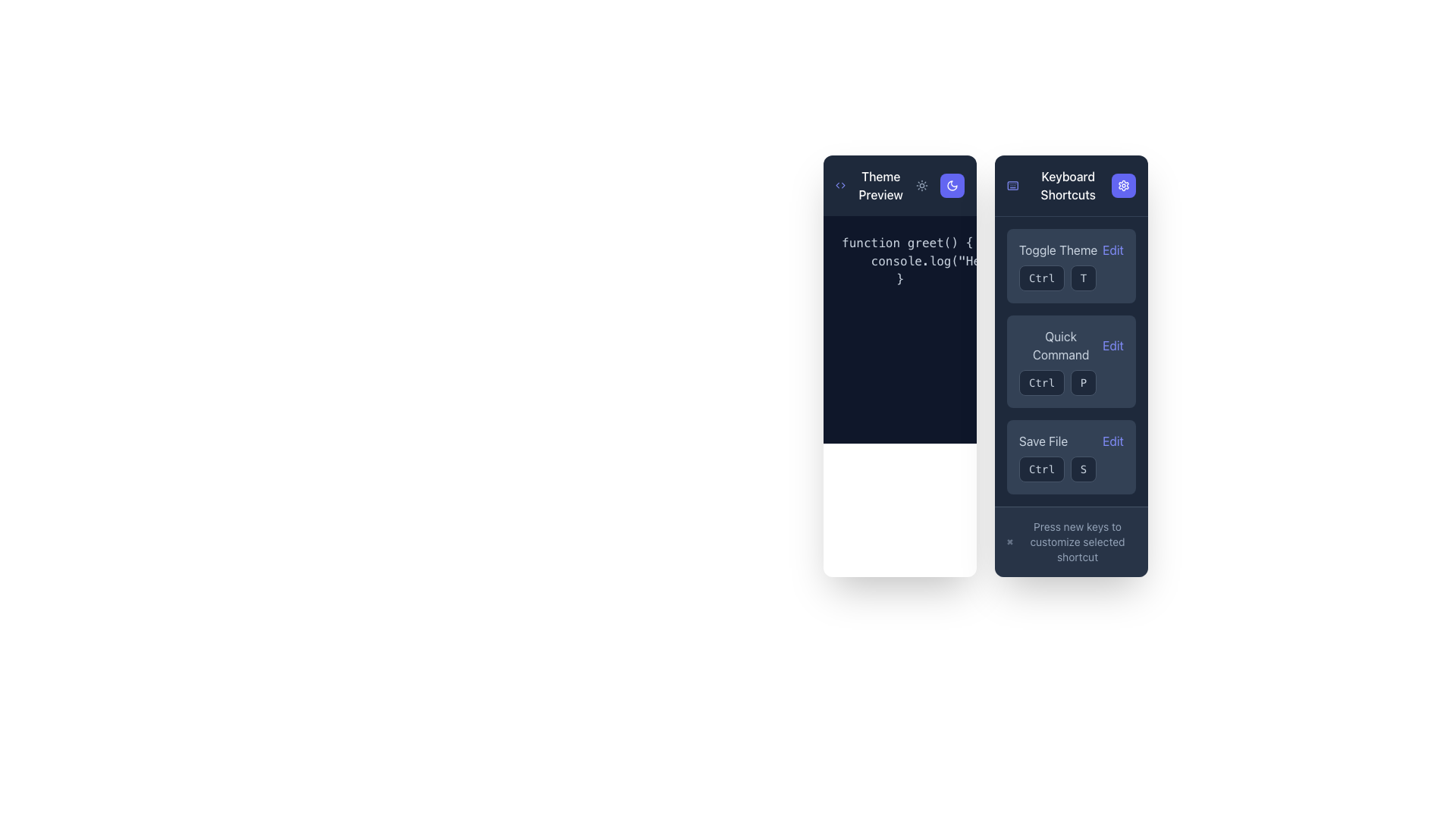 This screenshot has height=819, width=1456. What do you see at coordinates (1113, 441) in the screenshot?
I see `the interactive text label displaying 'Edit'` at bounding box center [1113, 441].